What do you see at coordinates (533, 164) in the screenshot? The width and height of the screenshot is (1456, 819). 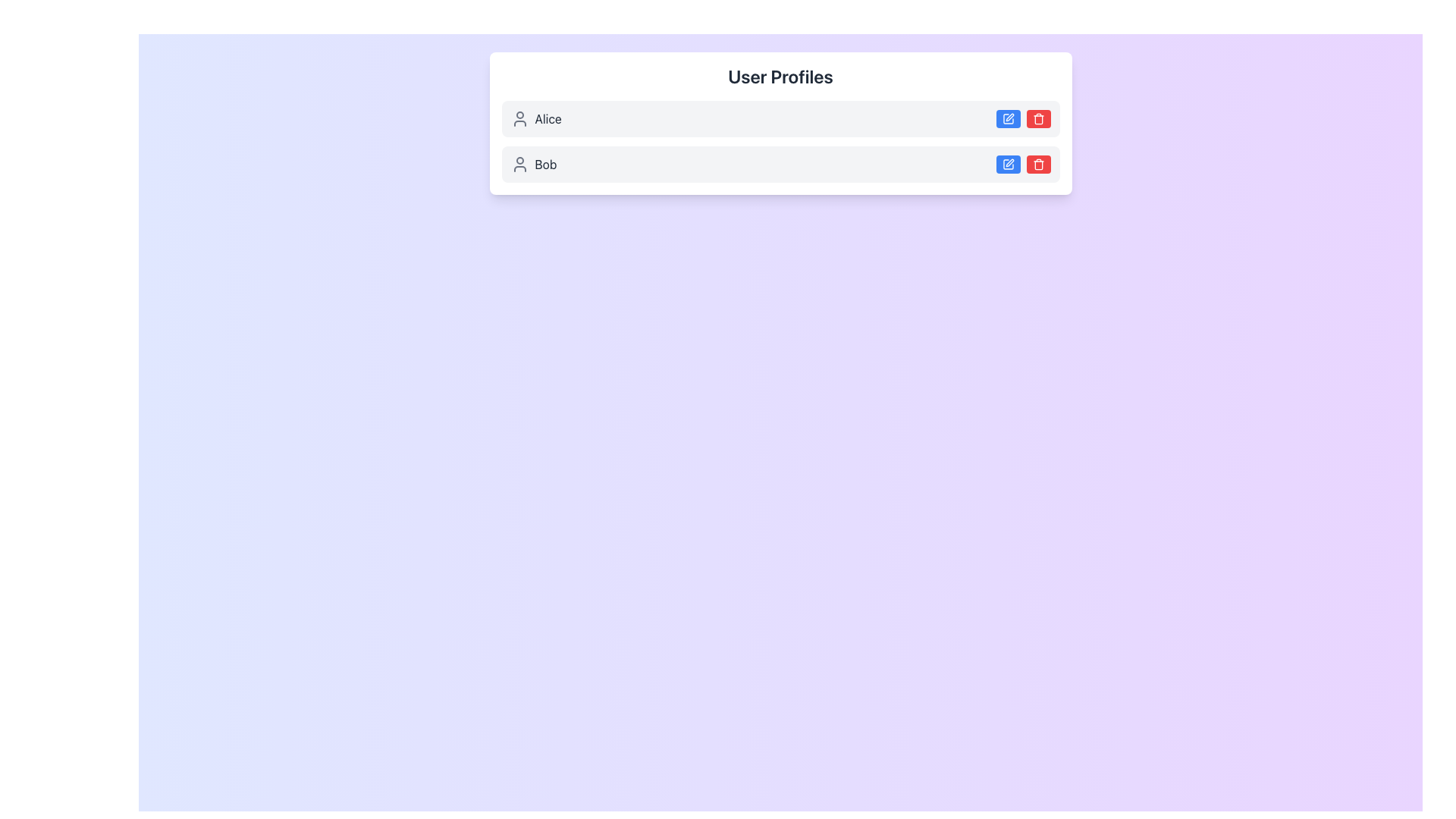 I see `the text area displaying 'Bob' in the 'User Profiles' section, located in the second row, to initiate interaction` at bounding box center [533, 164].